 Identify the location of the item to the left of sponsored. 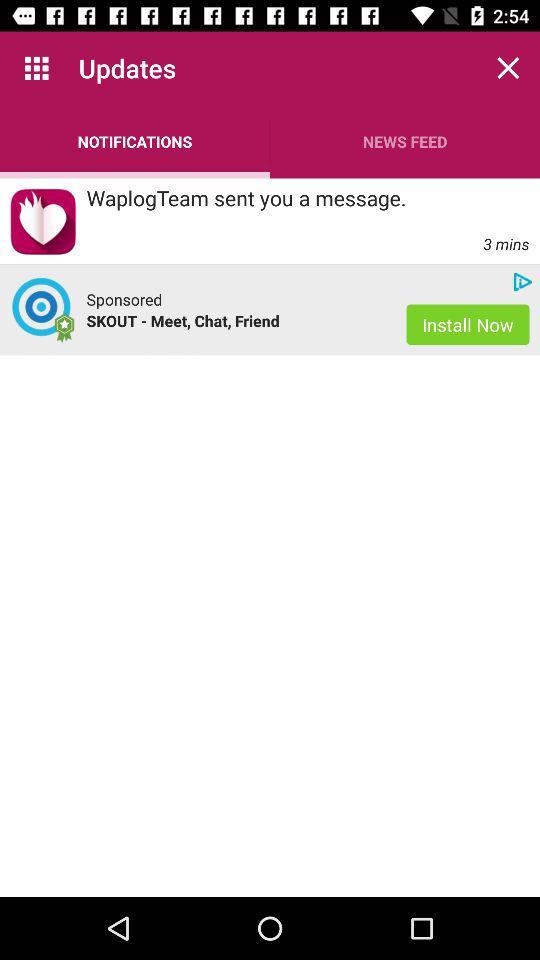
(43, 310).